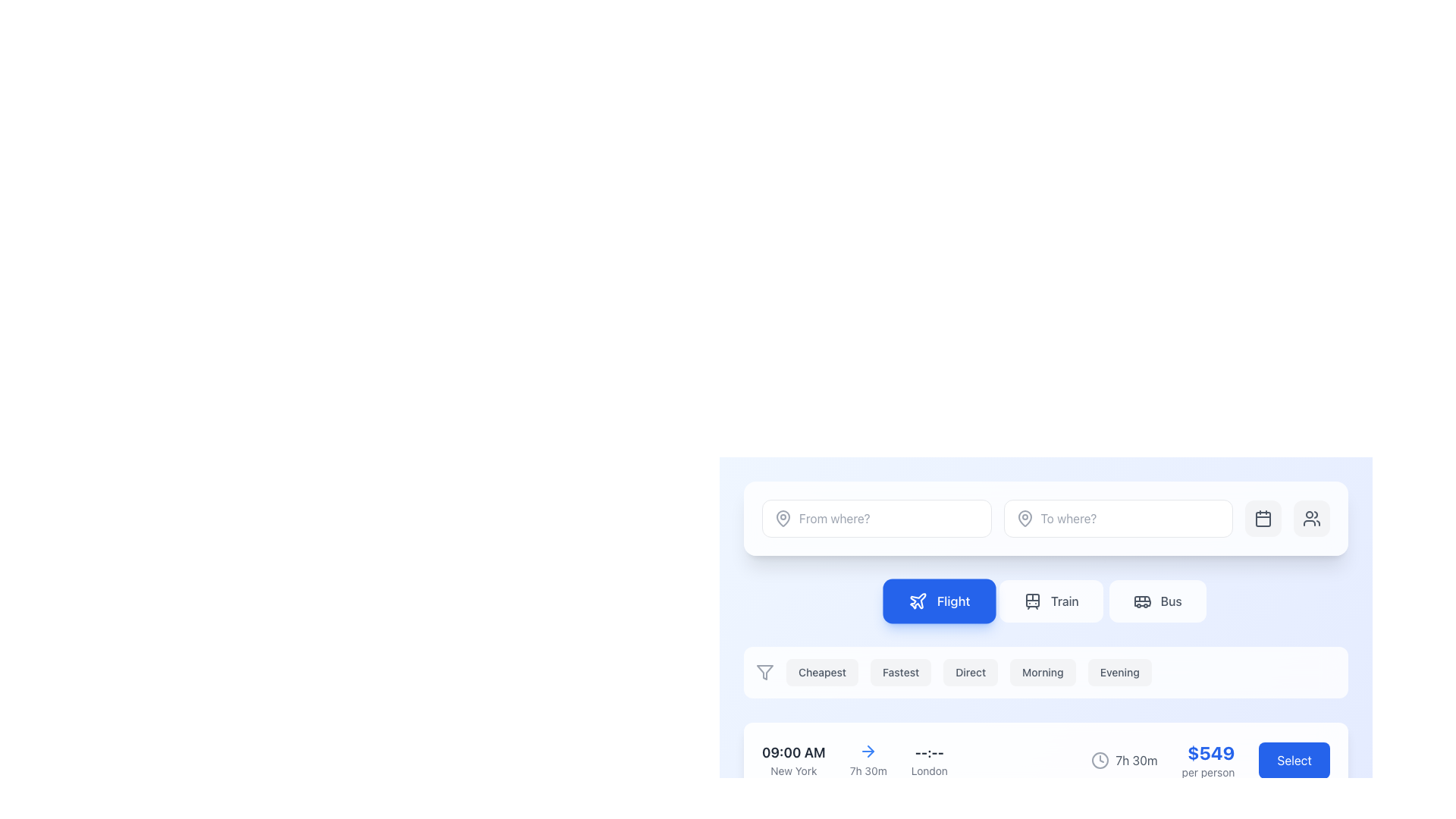 The height and width of the screenshot is (819, 1456). Describe the element at coordinates (792, 760) in the screenshot. I see `the informational label displaying the departure time and location ('New York') for a flight, which is the first element in its horizontal arrangement` at that location.